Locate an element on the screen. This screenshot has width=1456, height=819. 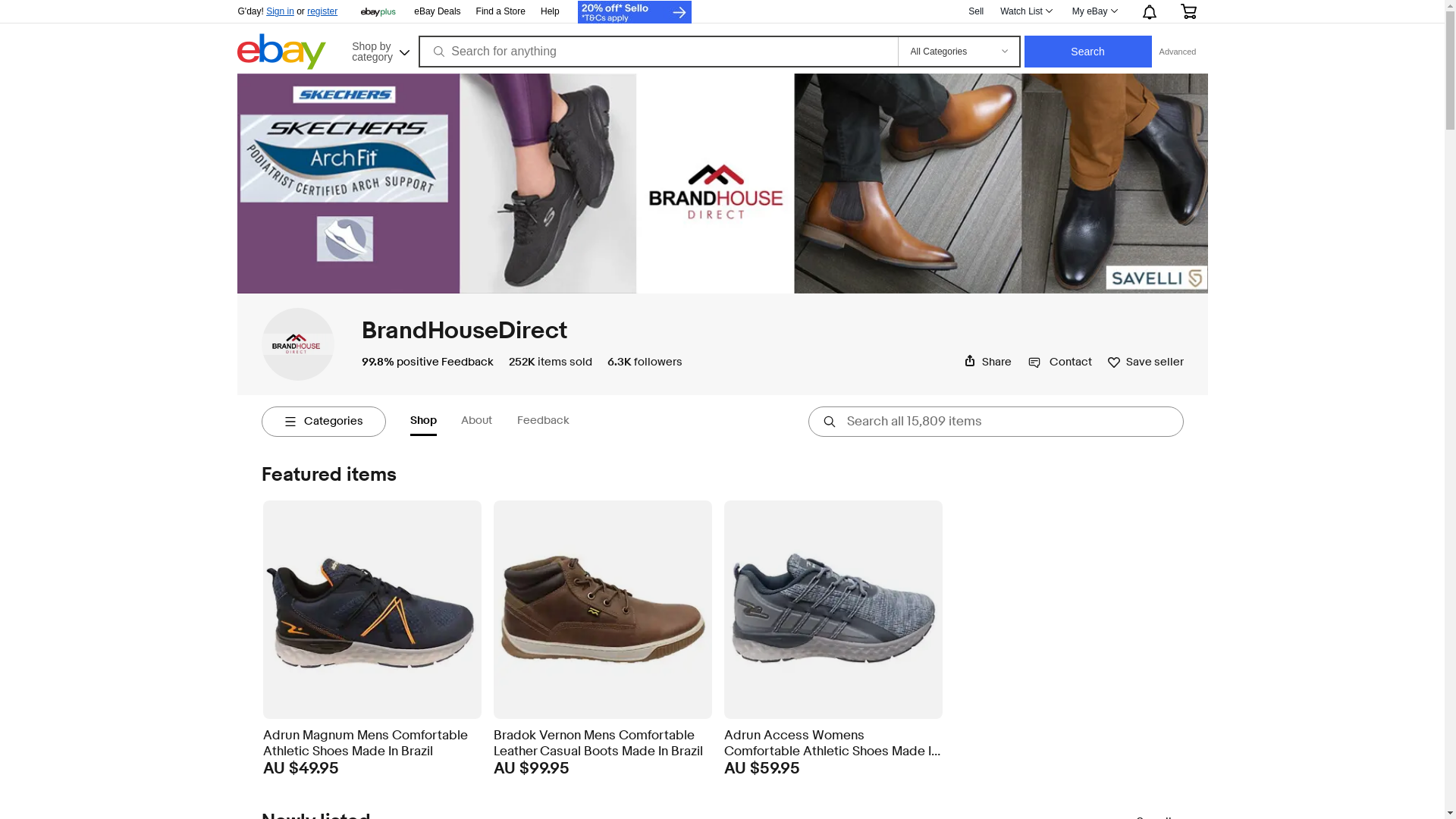
'register' is located at coordinates (322, 11).